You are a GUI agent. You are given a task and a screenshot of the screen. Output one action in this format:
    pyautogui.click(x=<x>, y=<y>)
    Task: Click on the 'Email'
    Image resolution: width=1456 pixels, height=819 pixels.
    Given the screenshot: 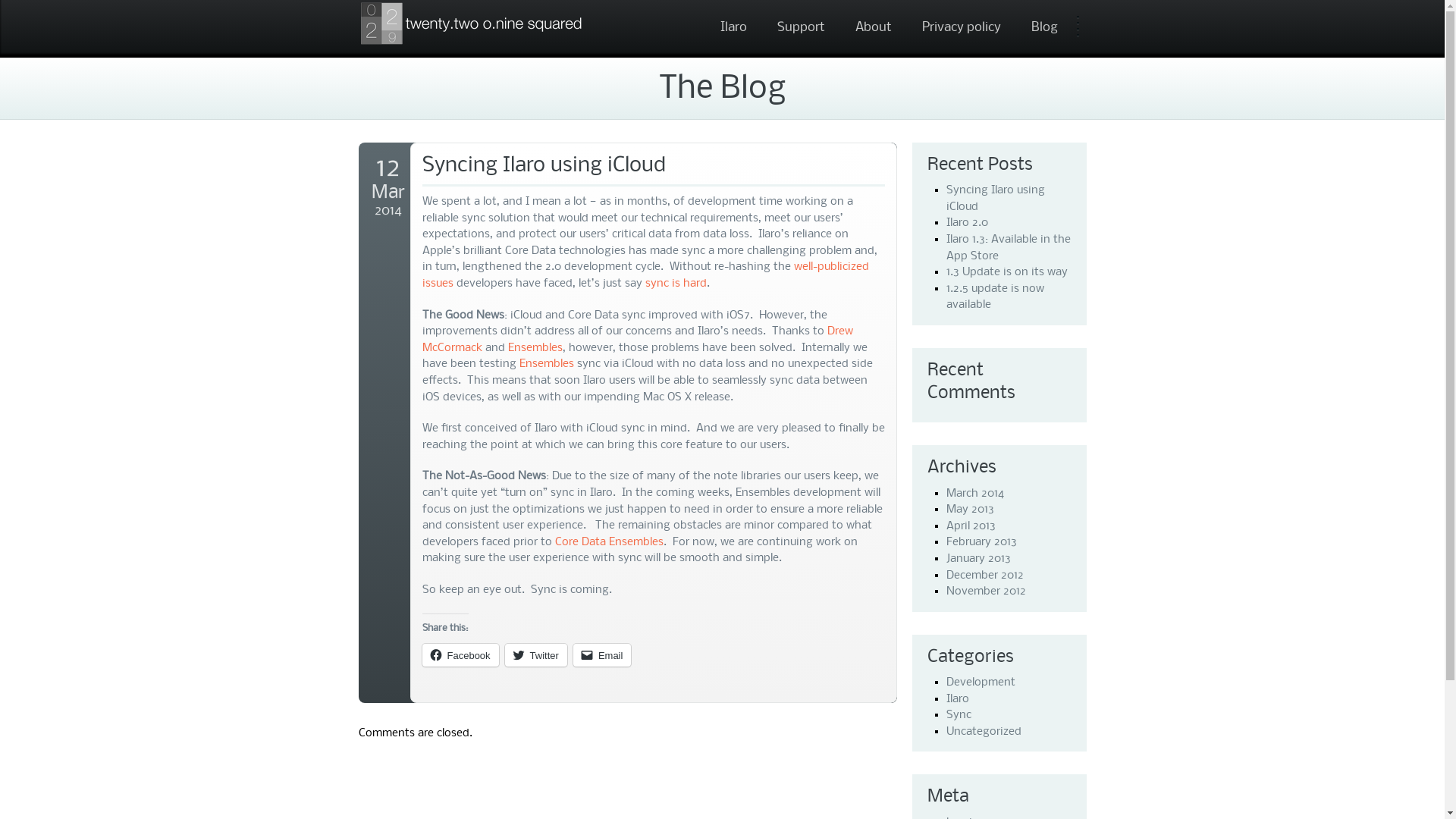 What is the action you would take?
    pyautogui.click(x=601, y=654)
    